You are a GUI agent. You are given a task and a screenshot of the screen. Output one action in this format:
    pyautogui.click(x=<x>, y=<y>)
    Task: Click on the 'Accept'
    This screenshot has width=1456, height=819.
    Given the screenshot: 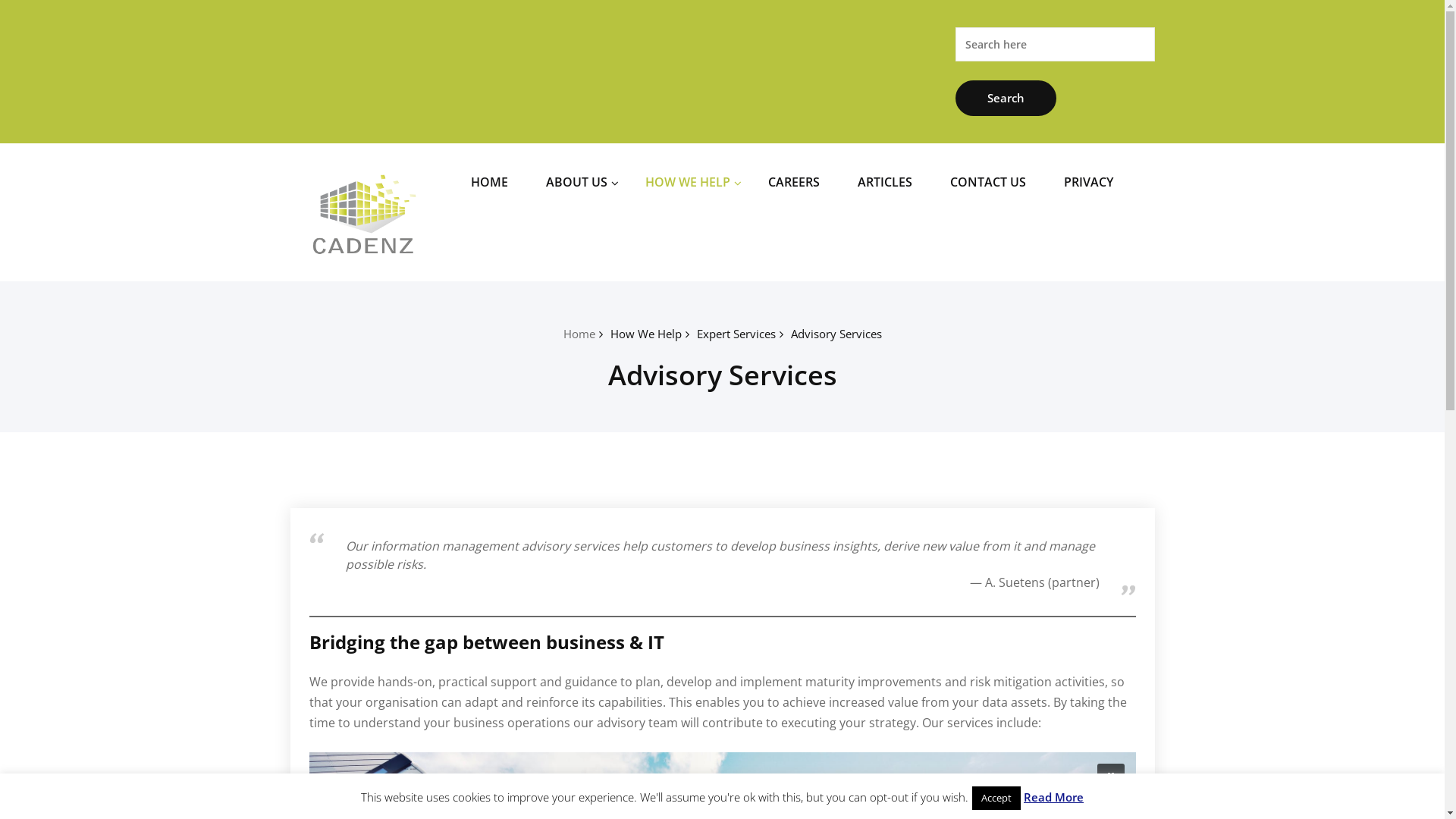 What is the action you would take?
    pyautogui.click(x=971, y=797)
    